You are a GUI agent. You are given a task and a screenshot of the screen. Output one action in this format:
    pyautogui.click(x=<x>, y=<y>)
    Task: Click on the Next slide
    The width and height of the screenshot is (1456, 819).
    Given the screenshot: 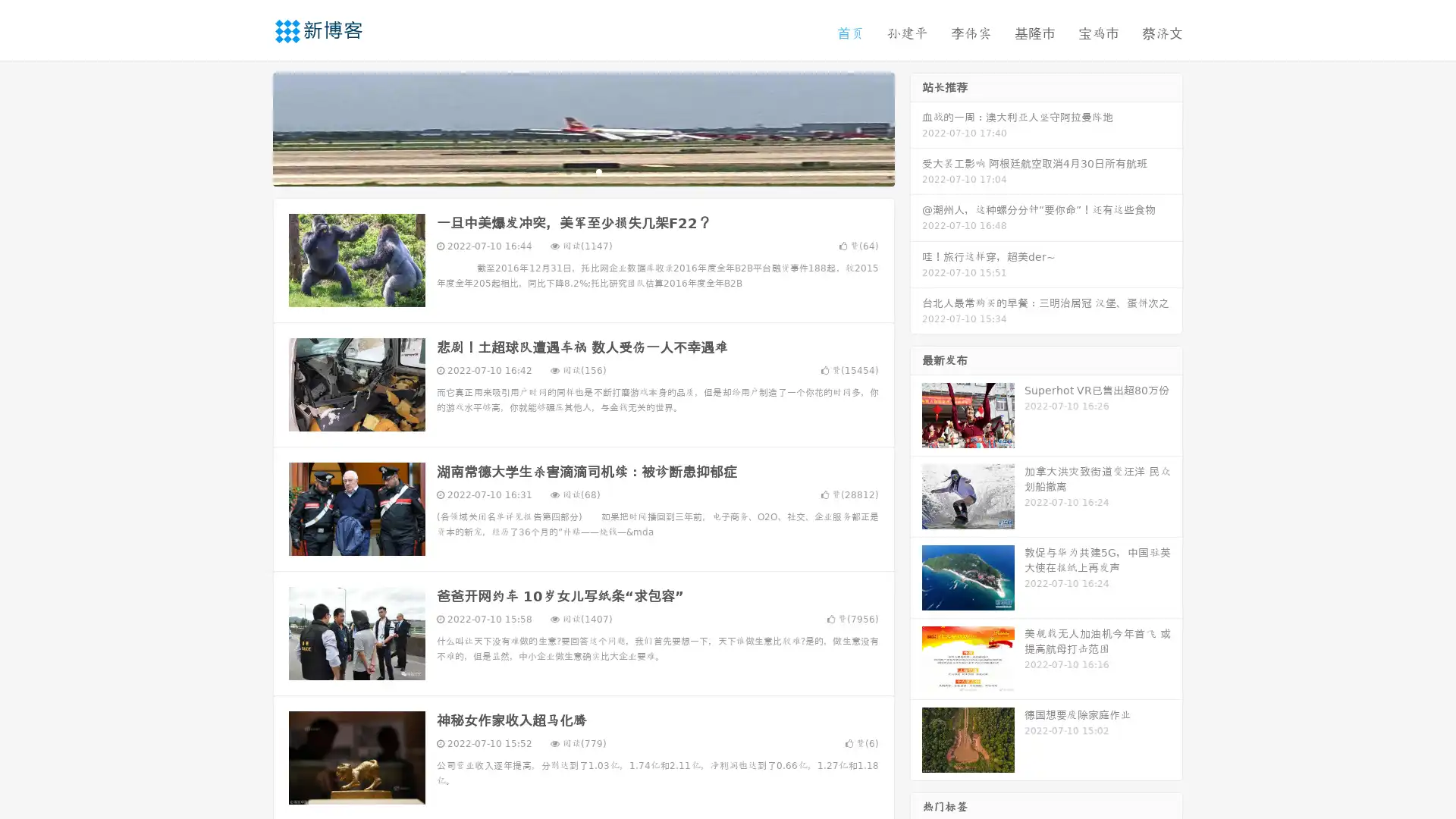 What is the action you would take?
    pyautogui.click(x=916, y=127)
    